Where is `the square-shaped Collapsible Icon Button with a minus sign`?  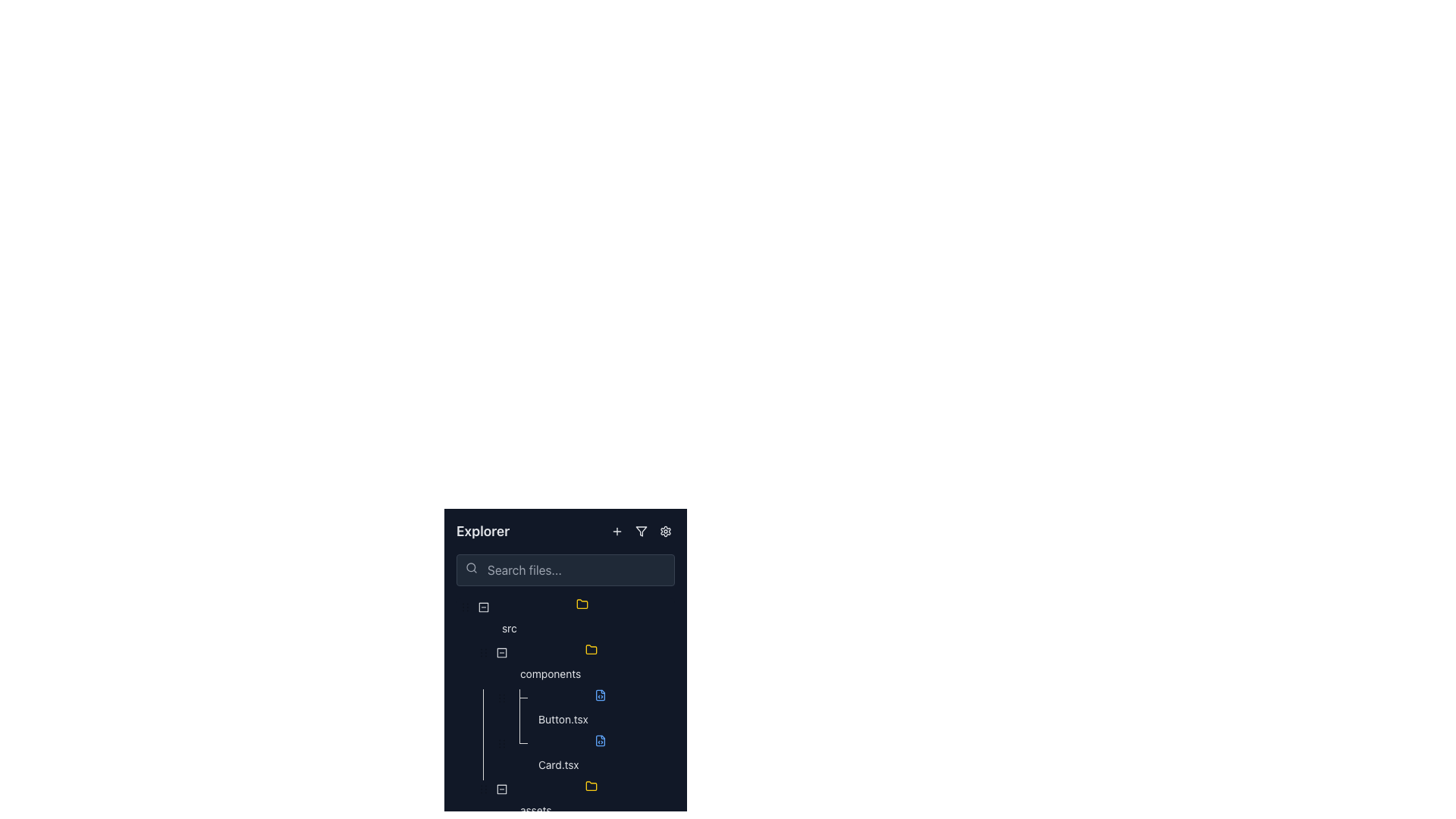 the square-shaped Collapsible Icon Button with a minus sign is located at coordinates (502, 789).